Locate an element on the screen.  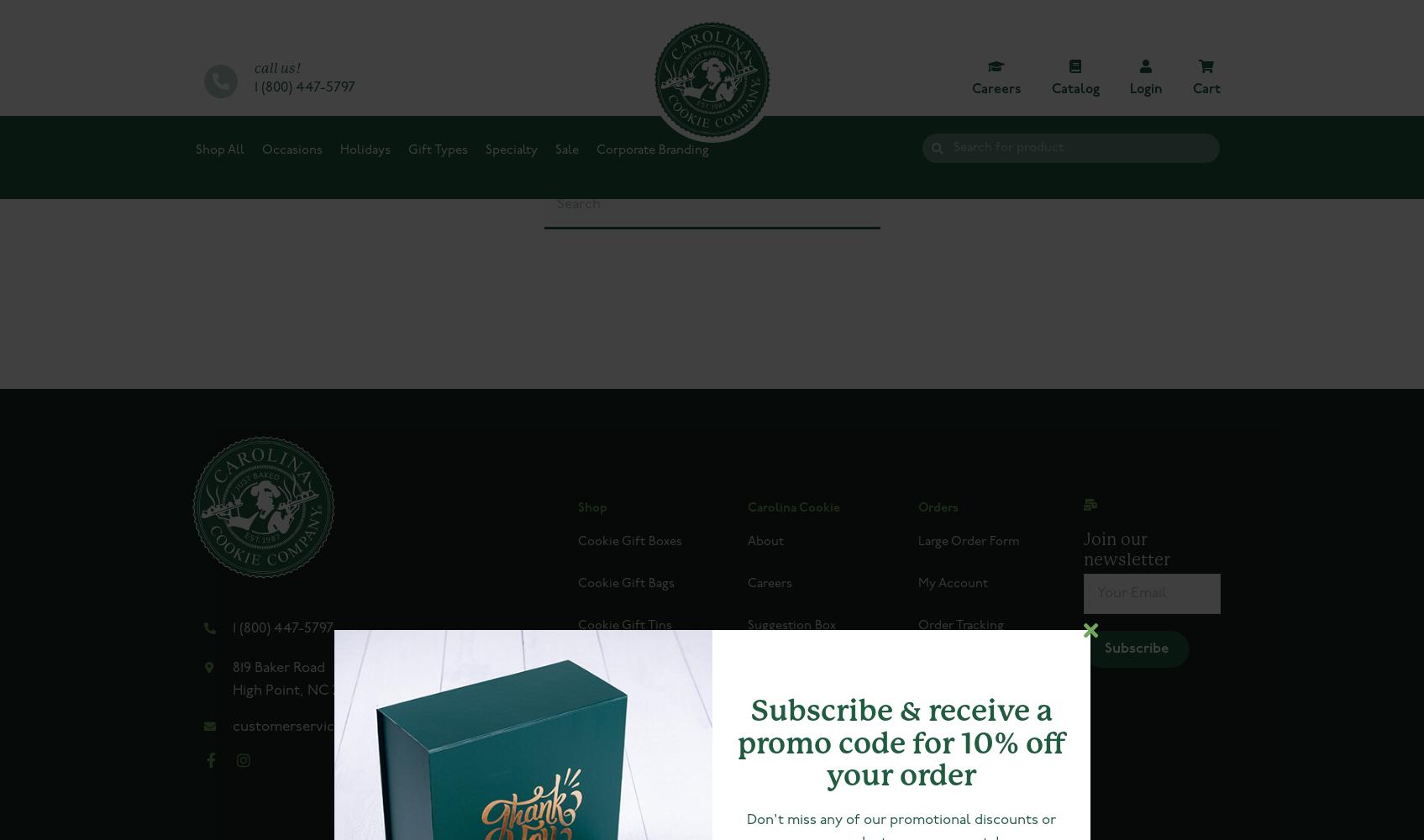
'Catalog Request' is located at coordinates (795, 752).